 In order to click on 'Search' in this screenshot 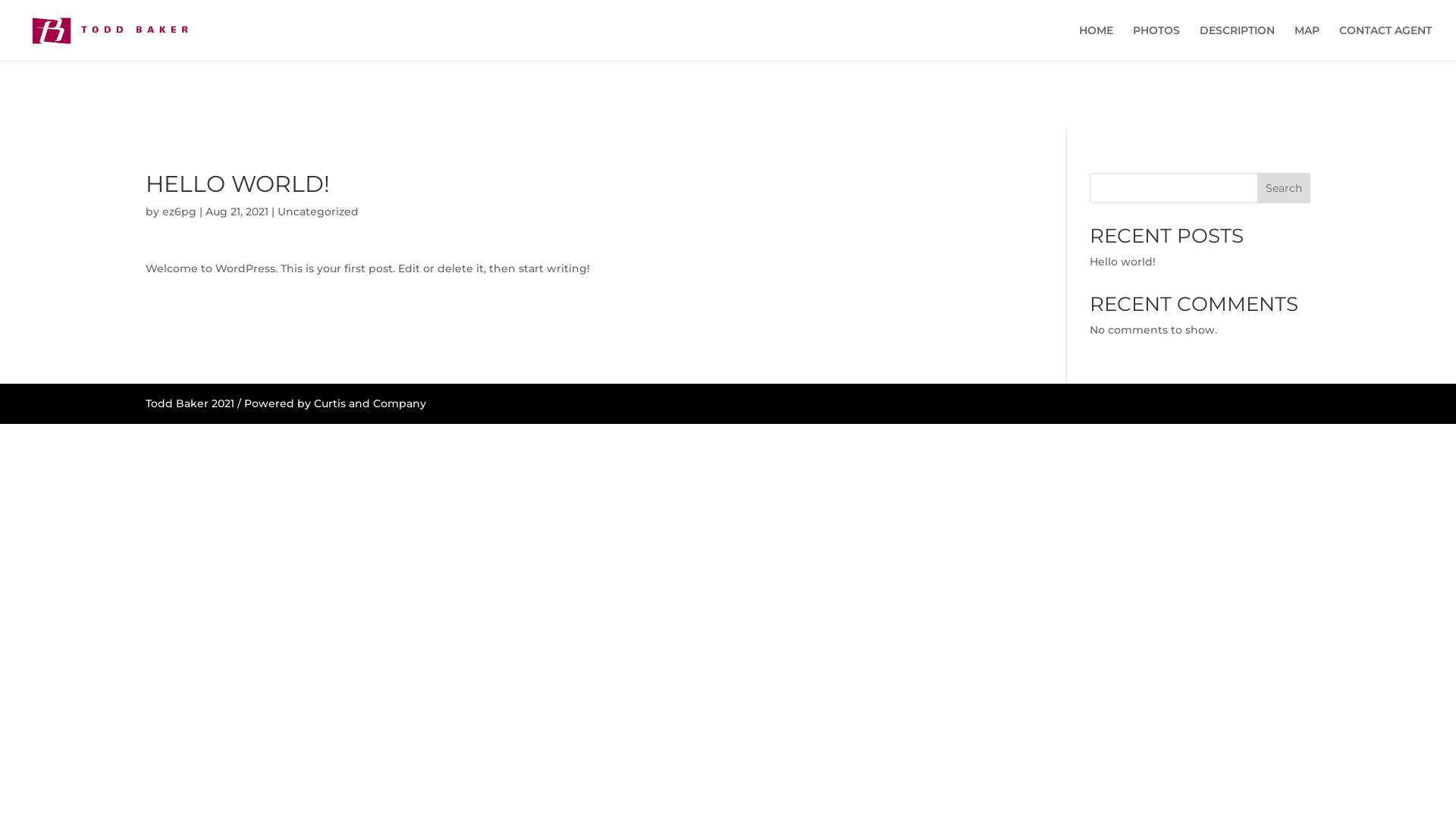, I will do `click(1283, 187)`.